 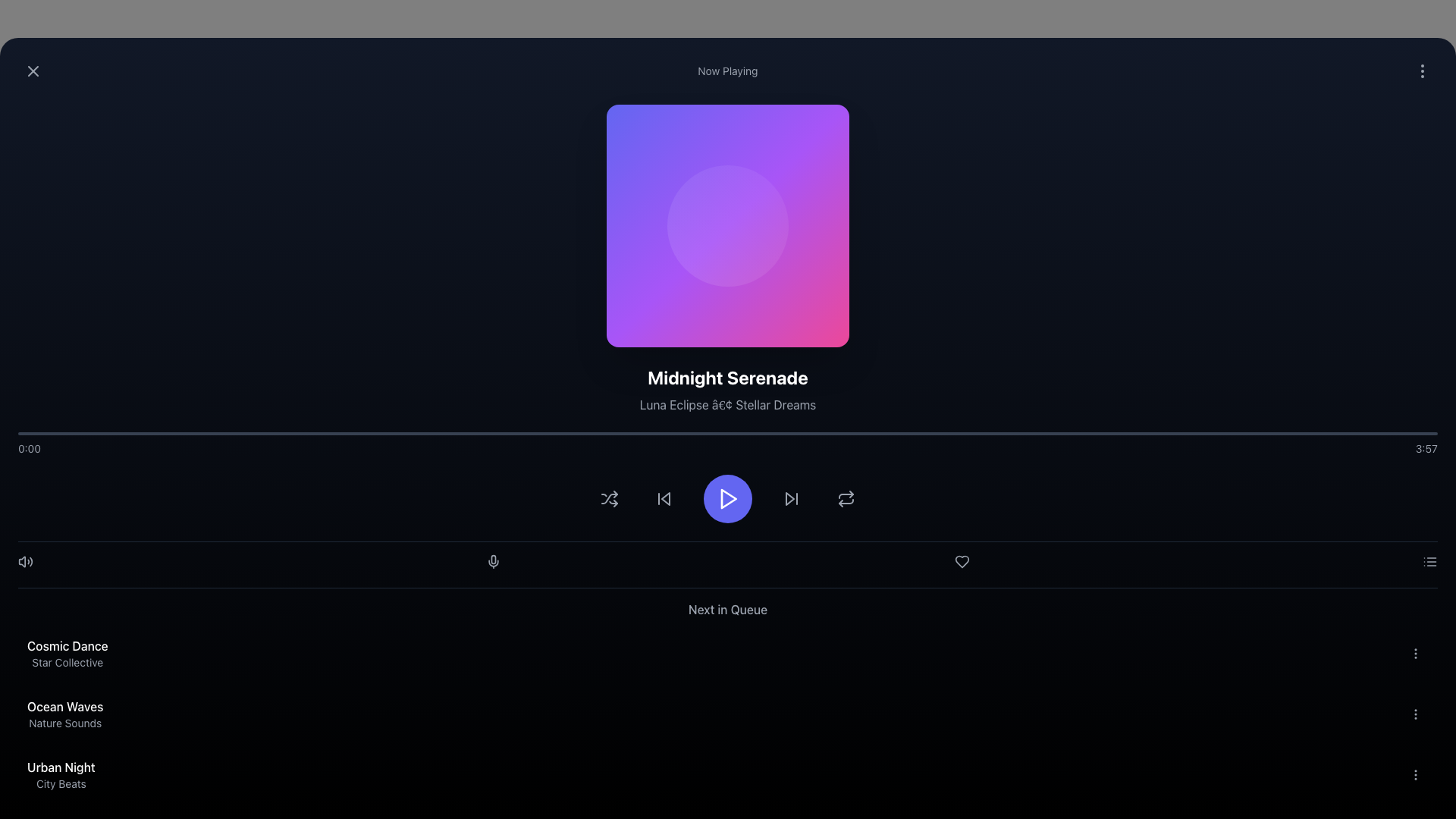 What do you see at coordinates (610, 499) in the screenshot?
I see `the small circular shuffle button located at the bottom left of the player control interface` at bounding box center [610, 499].